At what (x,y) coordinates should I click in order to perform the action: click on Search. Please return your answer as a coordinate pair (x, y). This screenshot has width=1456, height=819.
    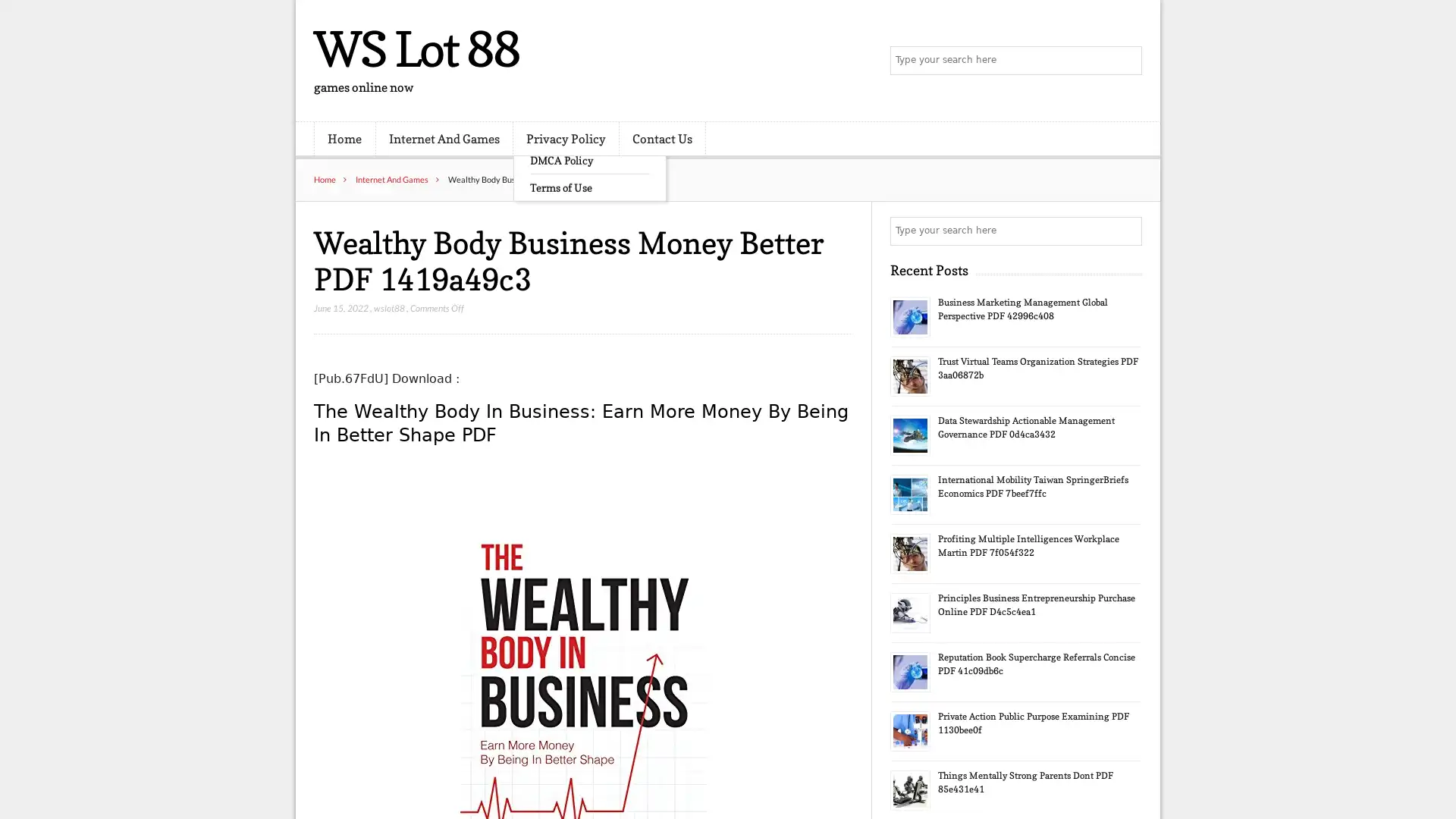
    Looking at the image, I should click on (1126, 231).